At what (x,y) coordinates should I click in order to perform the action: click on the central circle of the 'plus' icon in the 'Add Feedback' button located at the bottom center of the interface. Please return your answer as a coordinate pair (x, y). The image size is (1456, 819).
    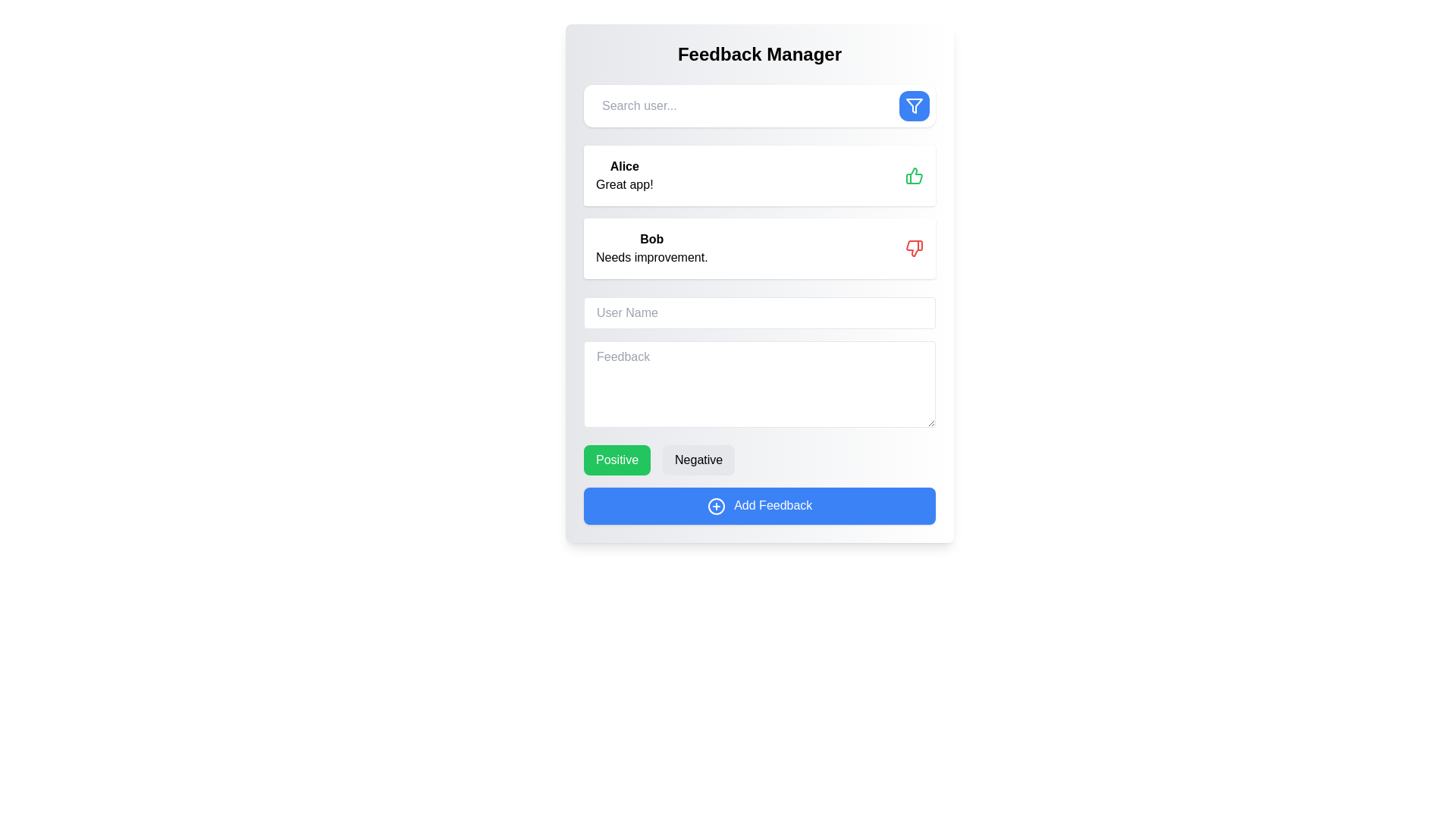
    Looking at the image, I should click on (715, 506).